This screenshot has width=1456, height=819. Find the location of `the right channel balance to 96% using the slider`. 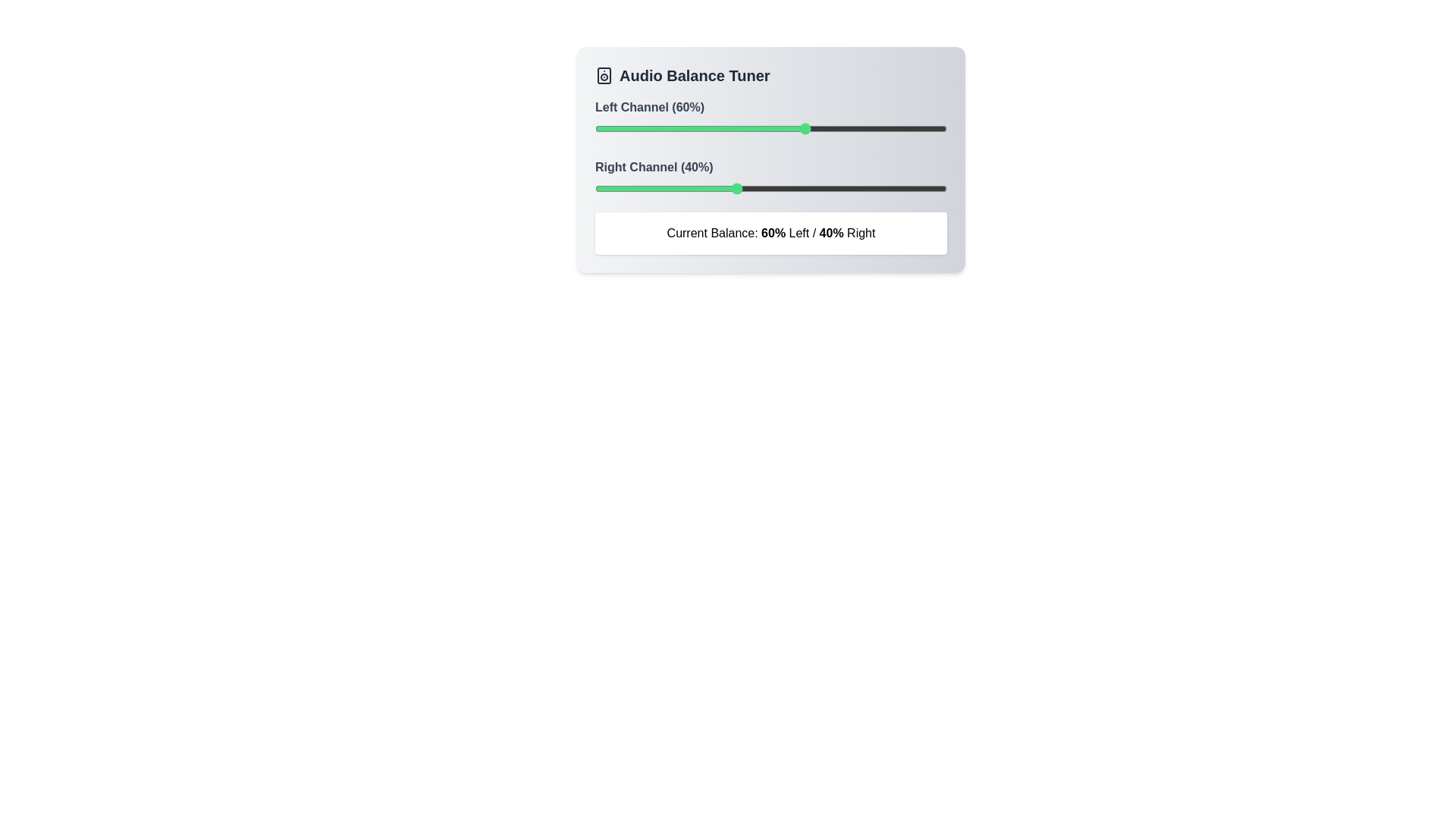

the right channel balance to 96% using the slider is located at coordinates (932, 188).